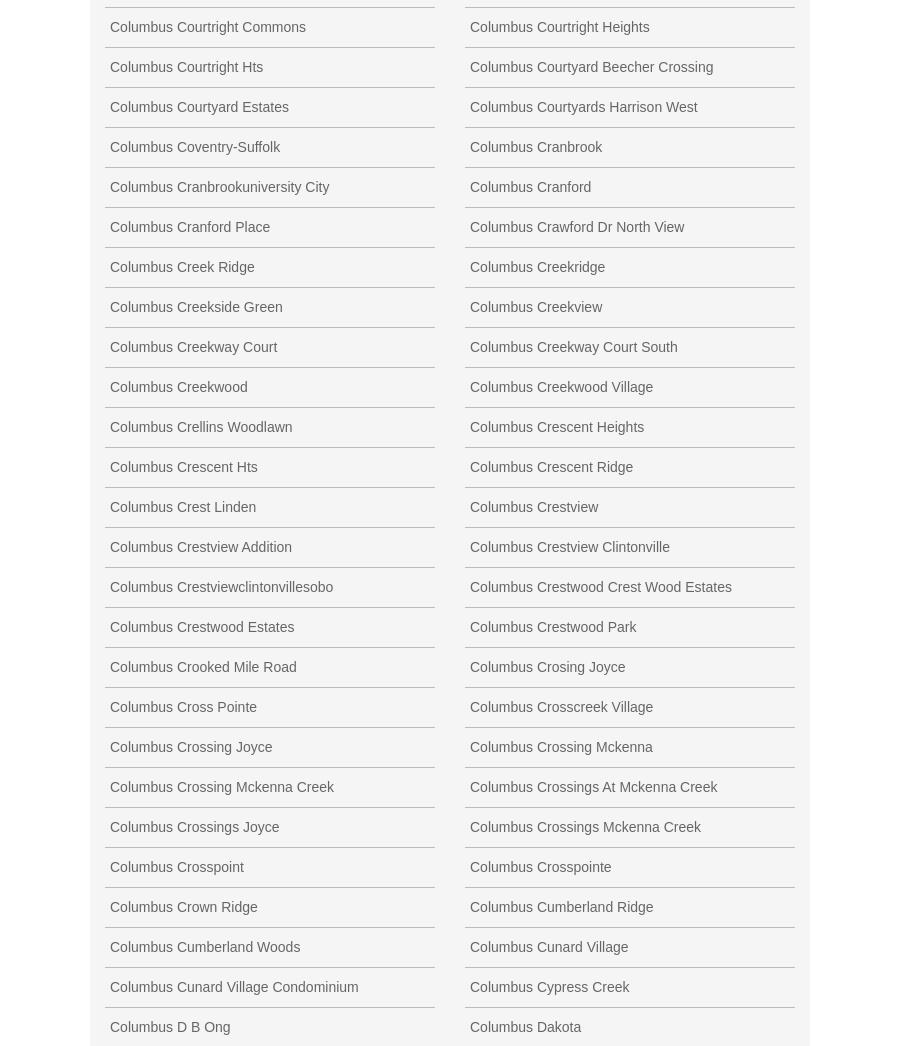 The width and height of the screenshot is (900, 1046). What do you see at coordinates (558, 25) in the screenshot?
I see `'Columbus Courtright Heights'` at bounding box center [558, 25].